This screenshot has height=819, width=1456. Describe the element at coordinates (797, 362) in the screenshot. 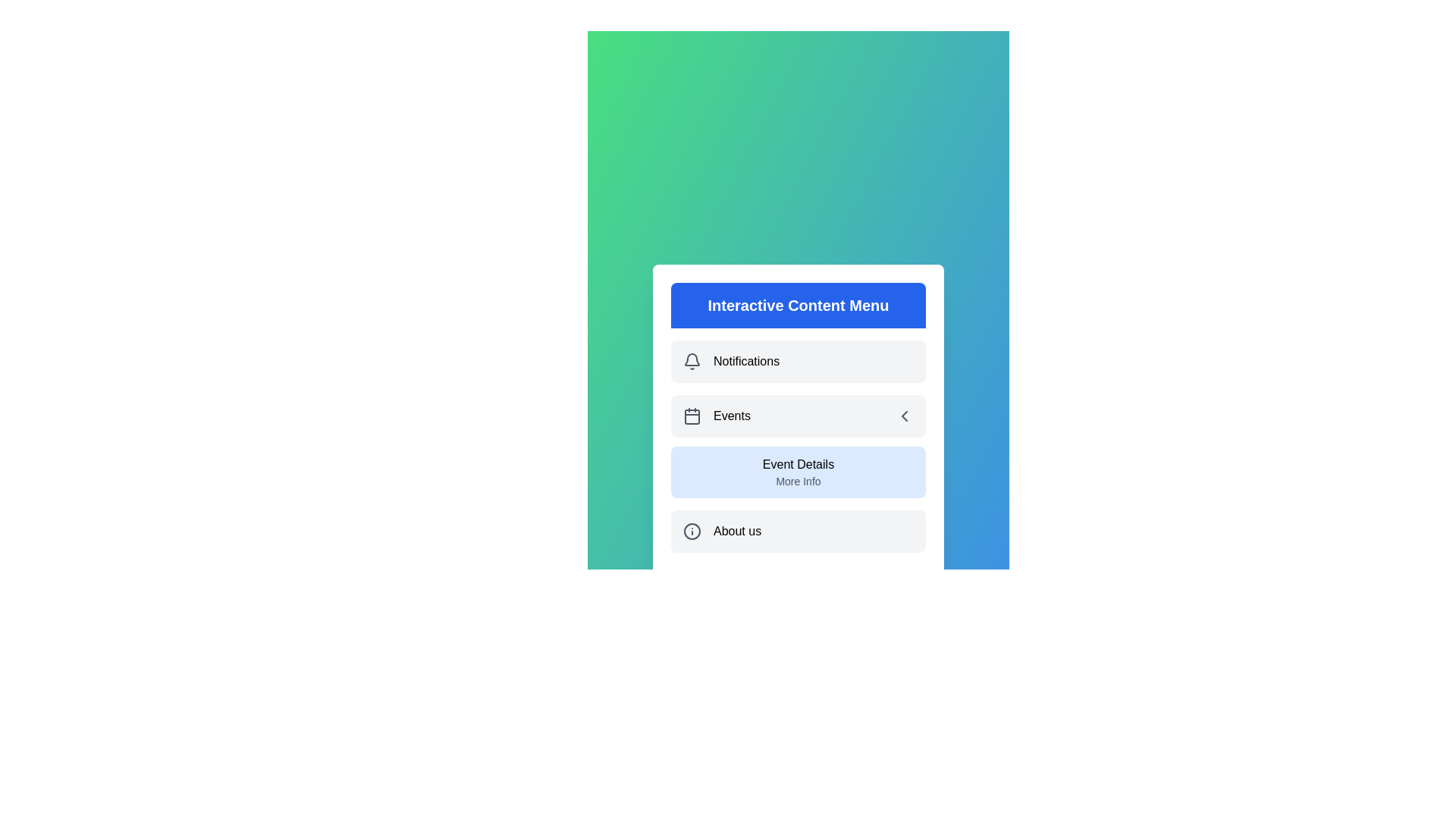

I see `the menu item Notifications` at that location.